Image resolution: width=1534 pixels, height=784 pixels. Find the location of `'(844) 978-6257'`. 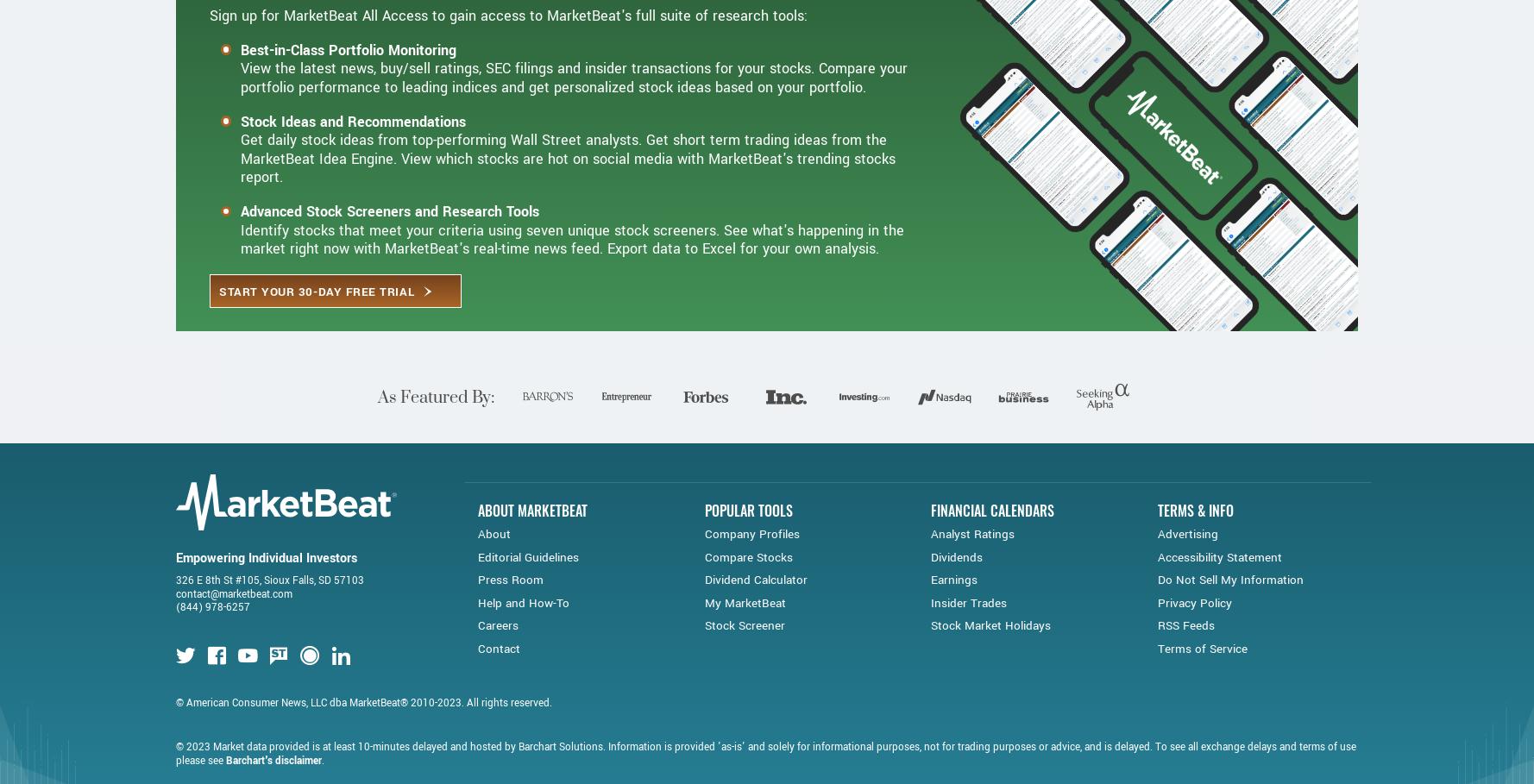

'(844) 978-6257' is located at coordinates (211, 672).